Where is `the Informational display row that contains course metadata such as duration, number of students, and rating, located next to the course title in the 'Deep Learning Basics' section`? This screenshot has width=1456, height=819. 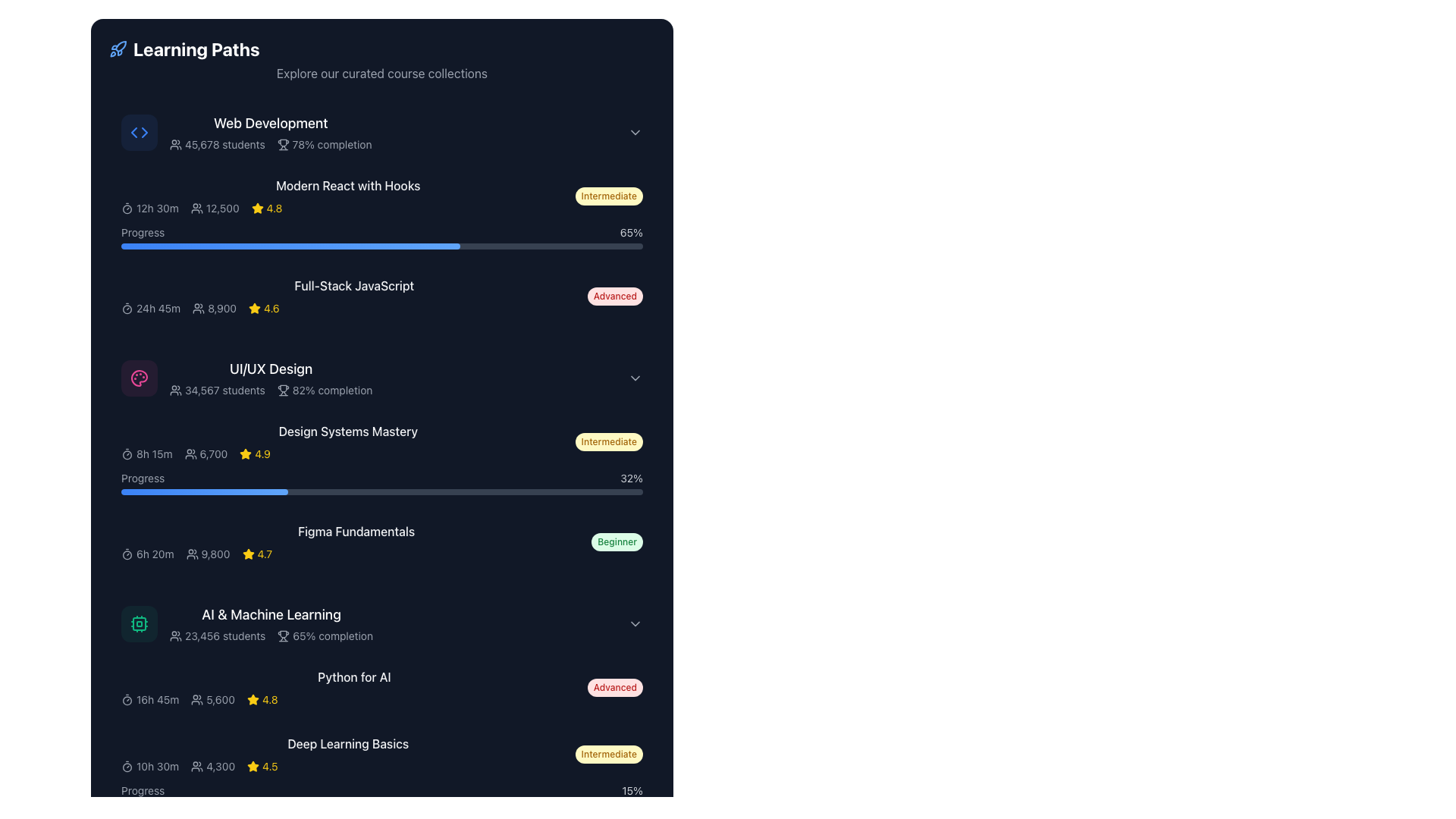
the Informational display row that contains course metadata such as duration, number of students, and rating, located next to the course title in the 'Deep Learning Basics' section is located at coordinates (347, 766).